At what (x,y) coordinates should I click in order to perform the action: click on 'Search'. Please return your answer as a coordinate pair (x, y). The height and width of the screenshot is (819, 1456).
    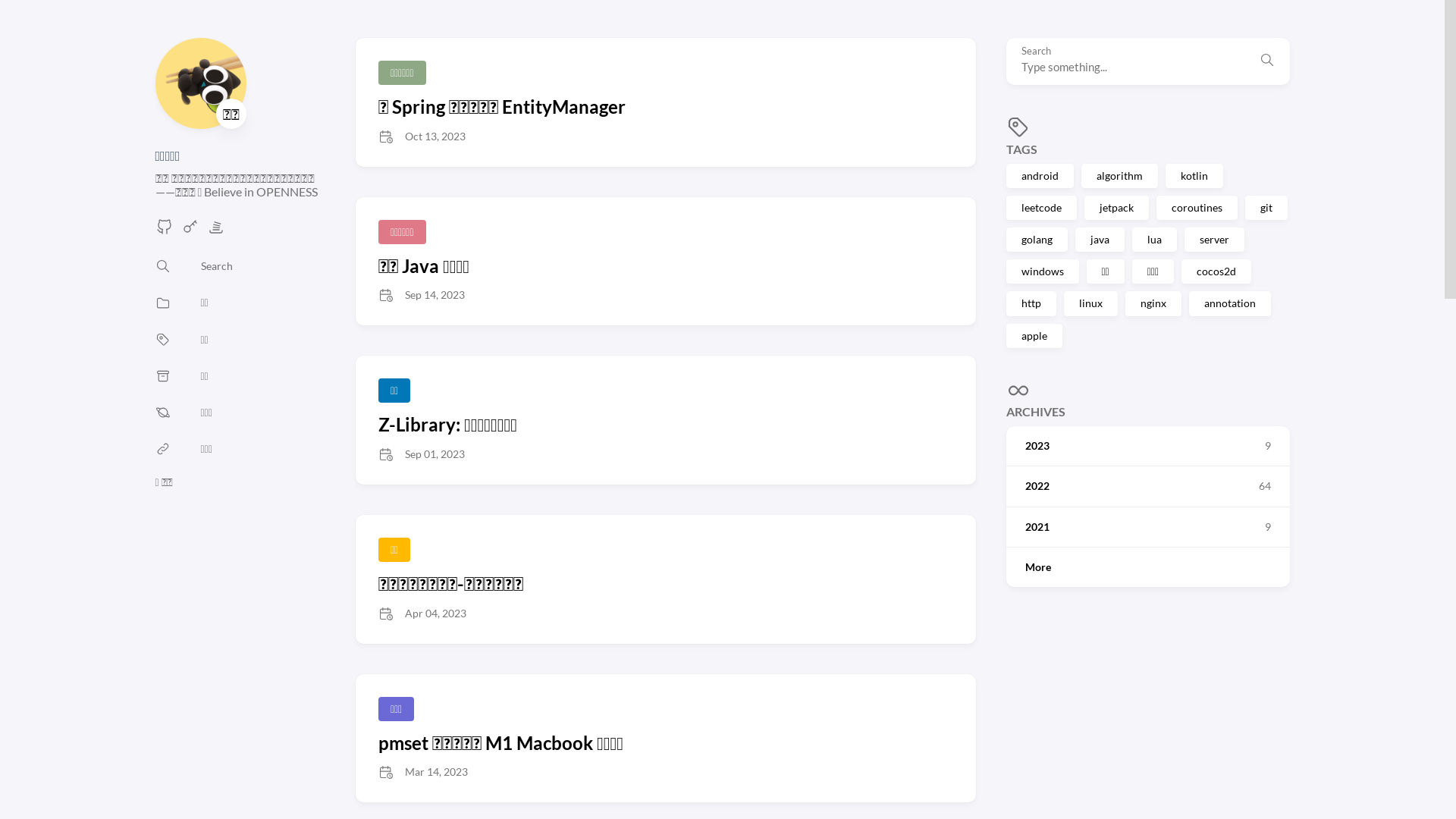
    Looking at the image, I should click on (192, 265).